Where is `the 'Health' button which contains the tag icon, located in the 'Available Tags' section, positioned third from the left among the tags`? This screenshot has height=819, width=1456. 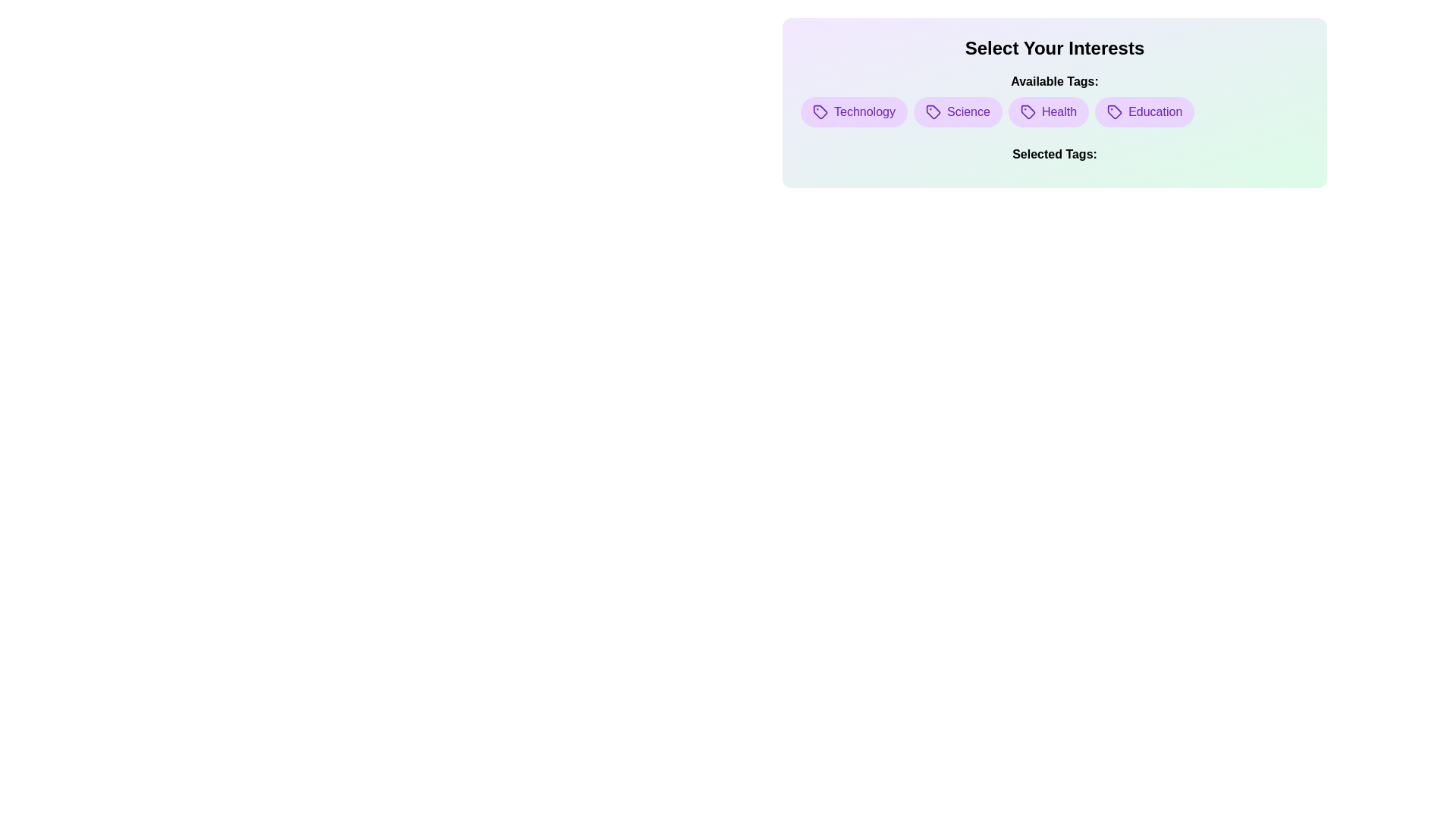
the 'Health' button which contains the tag icon, located in the 'Available Tags' section, positioned third from the left among the tags is located at coordinates (1028, 111).